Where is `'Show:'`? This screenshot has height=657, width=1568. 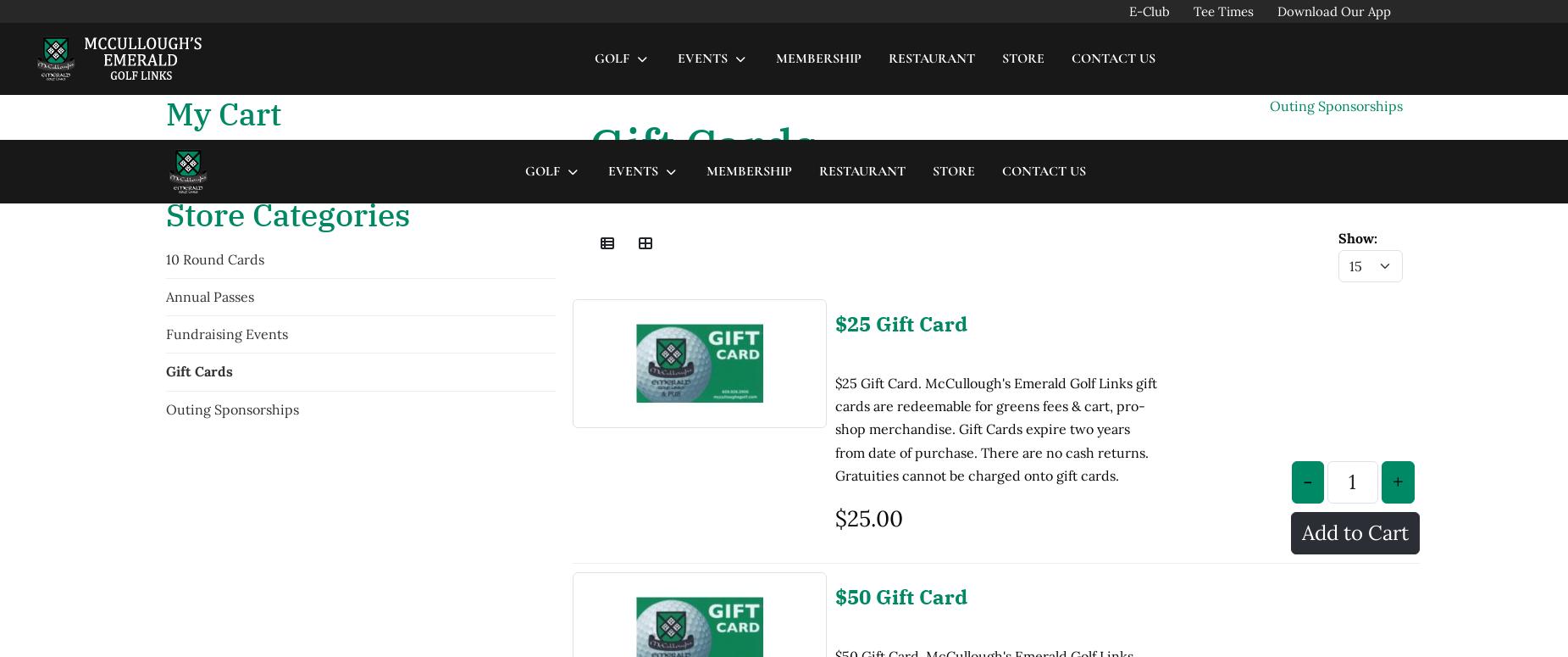
'Show:' is located at coordinates (1338, 97).